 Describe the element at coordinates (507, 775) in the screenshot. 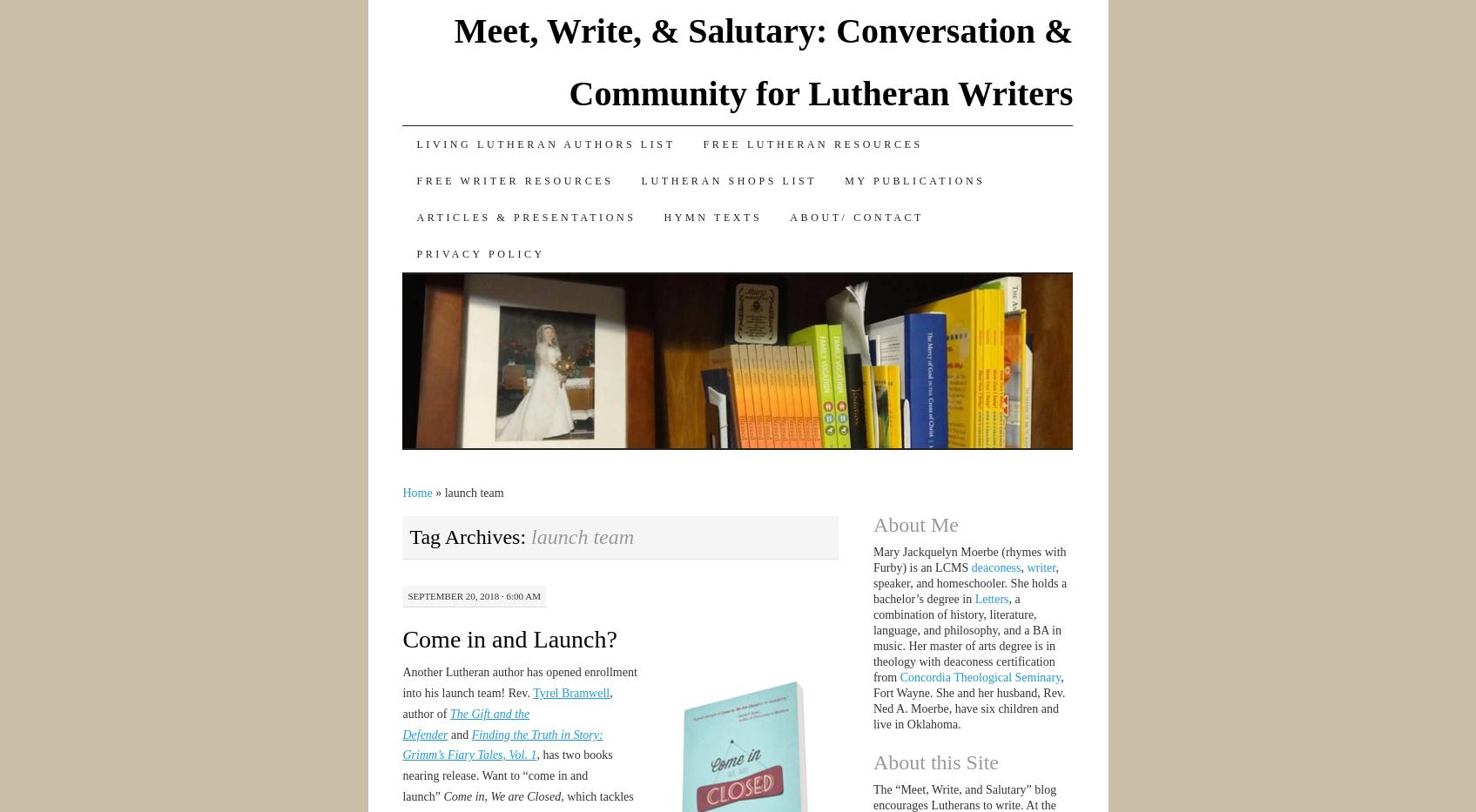

I see `'has two books nearing release. Want to “come in and launch”'` at that location.